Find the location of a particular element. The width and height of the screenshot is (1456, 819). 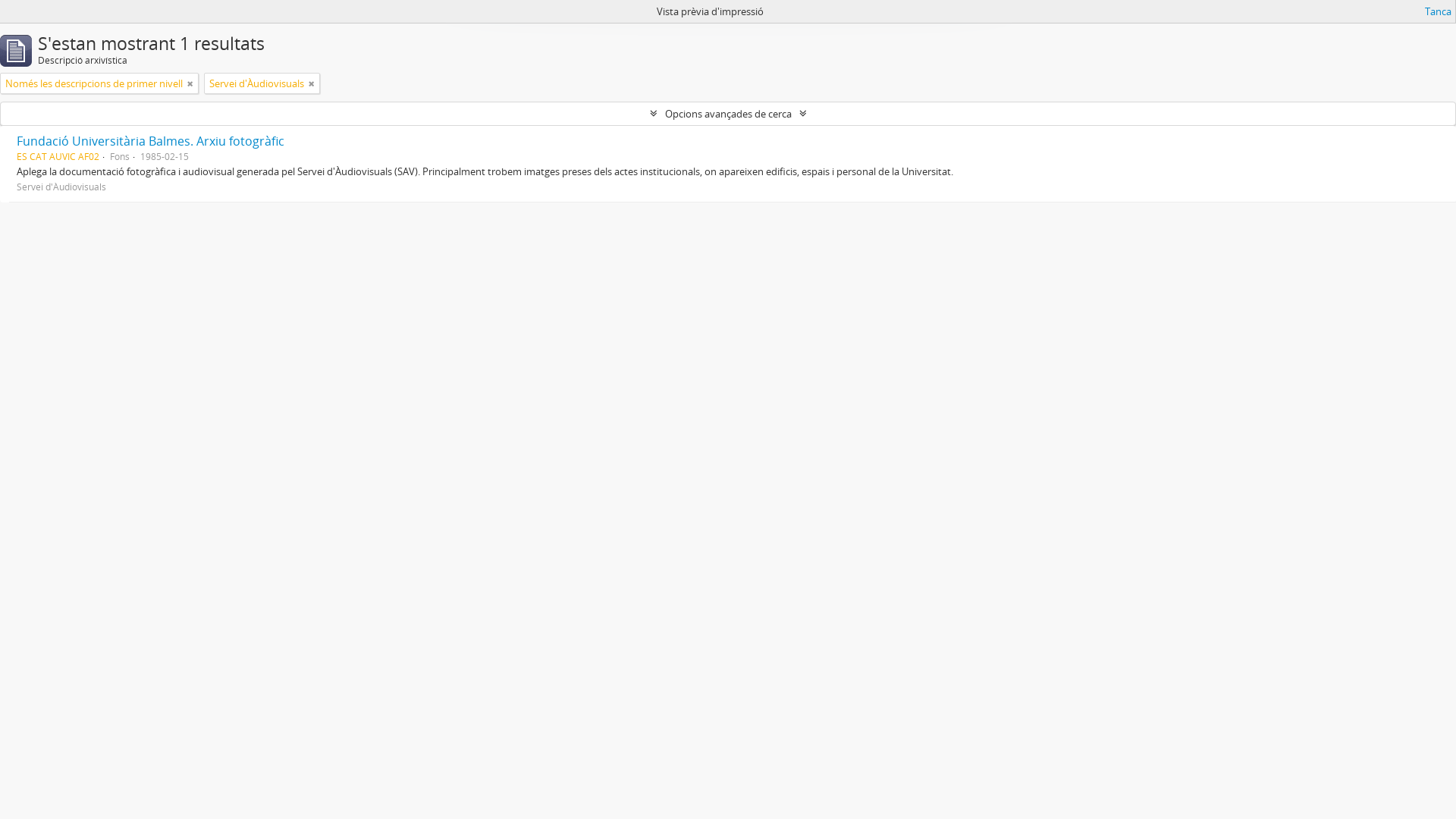

'Tanca' is located at coordinates (1437, 11).